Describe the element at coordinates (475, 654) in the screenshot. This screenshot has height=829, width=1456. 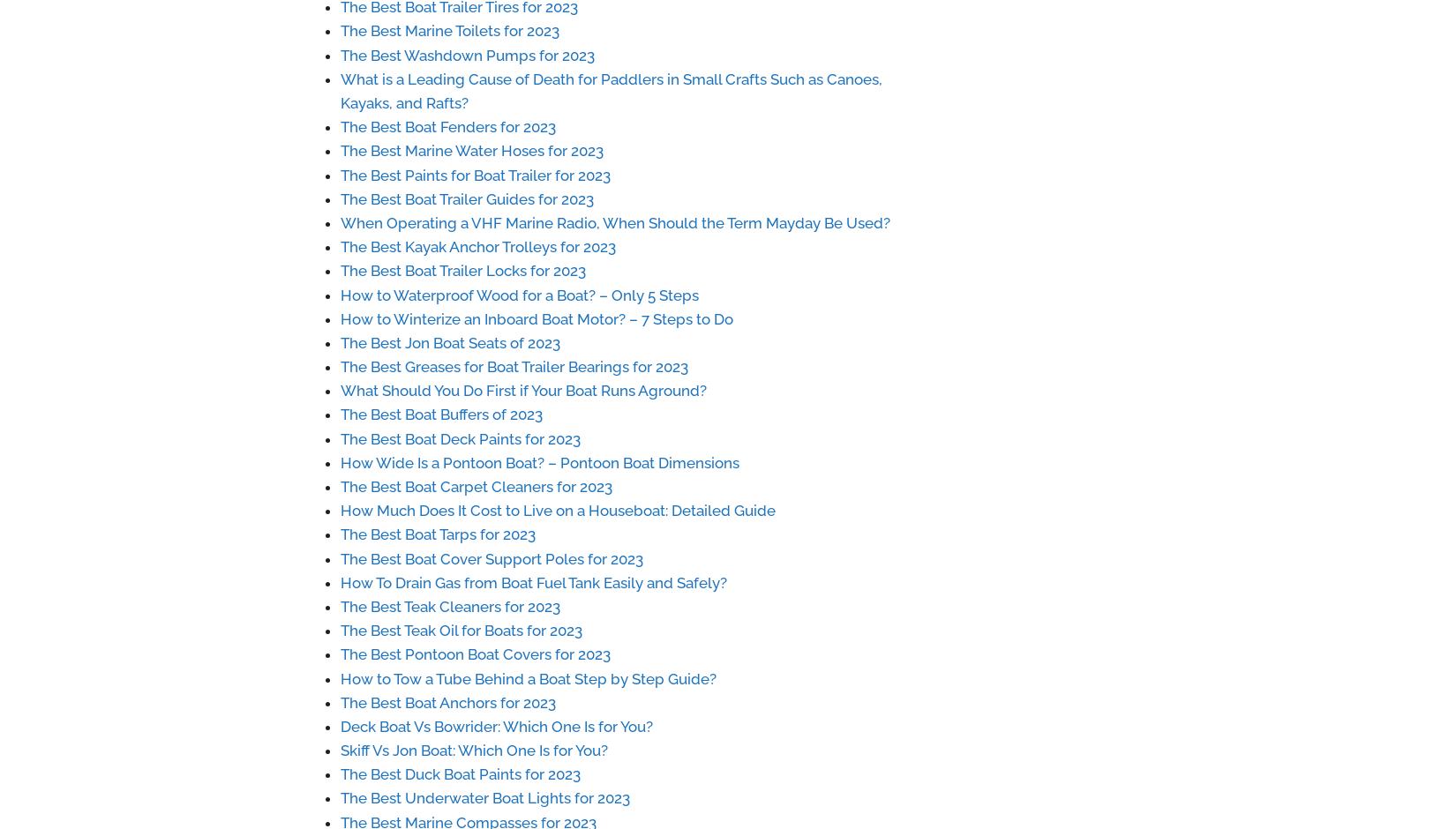
I see `'The Best Pontoon Boat Covers for 2023'` at that location.